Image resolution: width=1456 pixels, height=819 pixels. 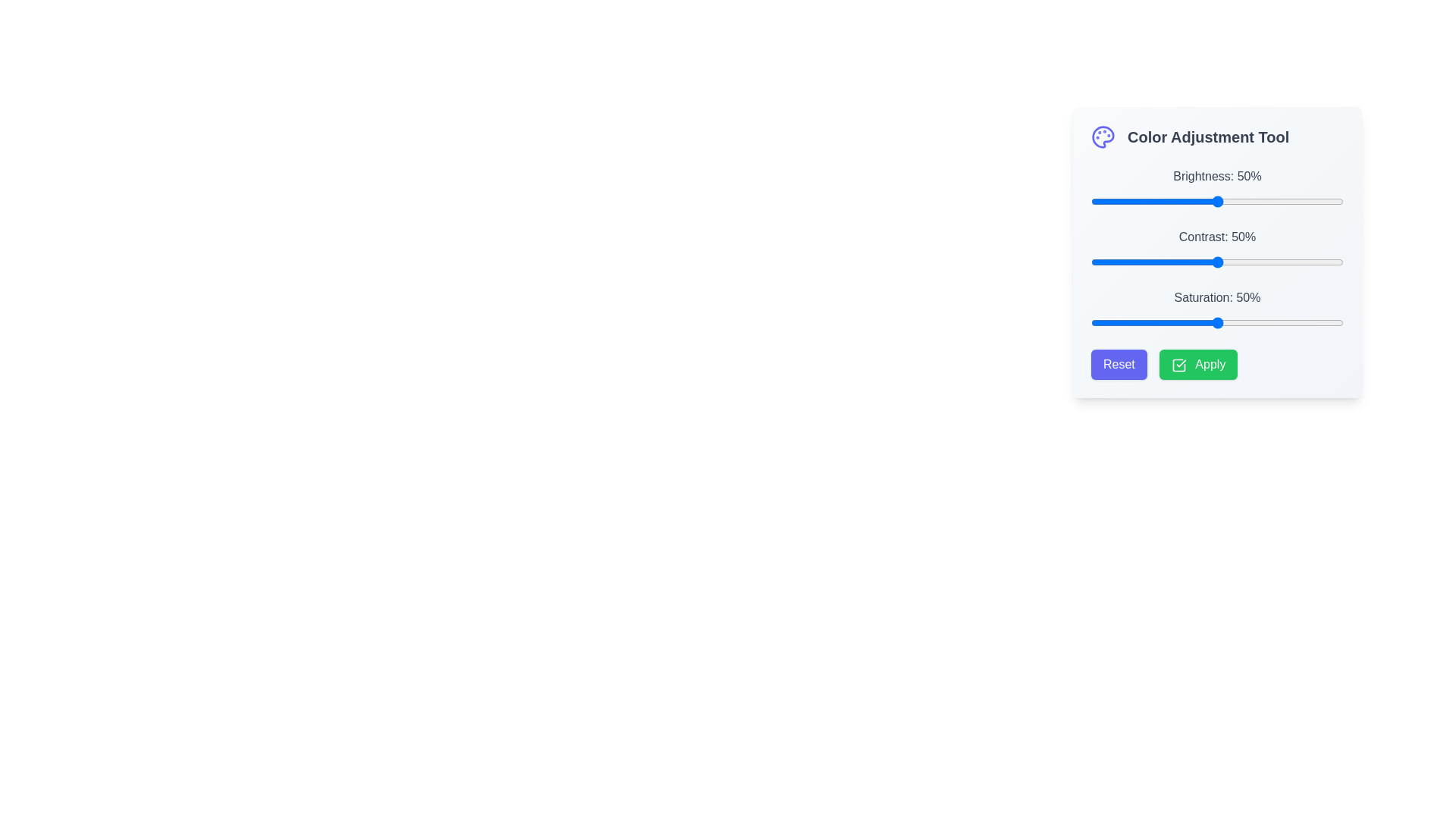 I want to click on the illustrative icon representing the 'Color Adjustment Tool' located to the left of the text label, so click(x=1103, y=137).